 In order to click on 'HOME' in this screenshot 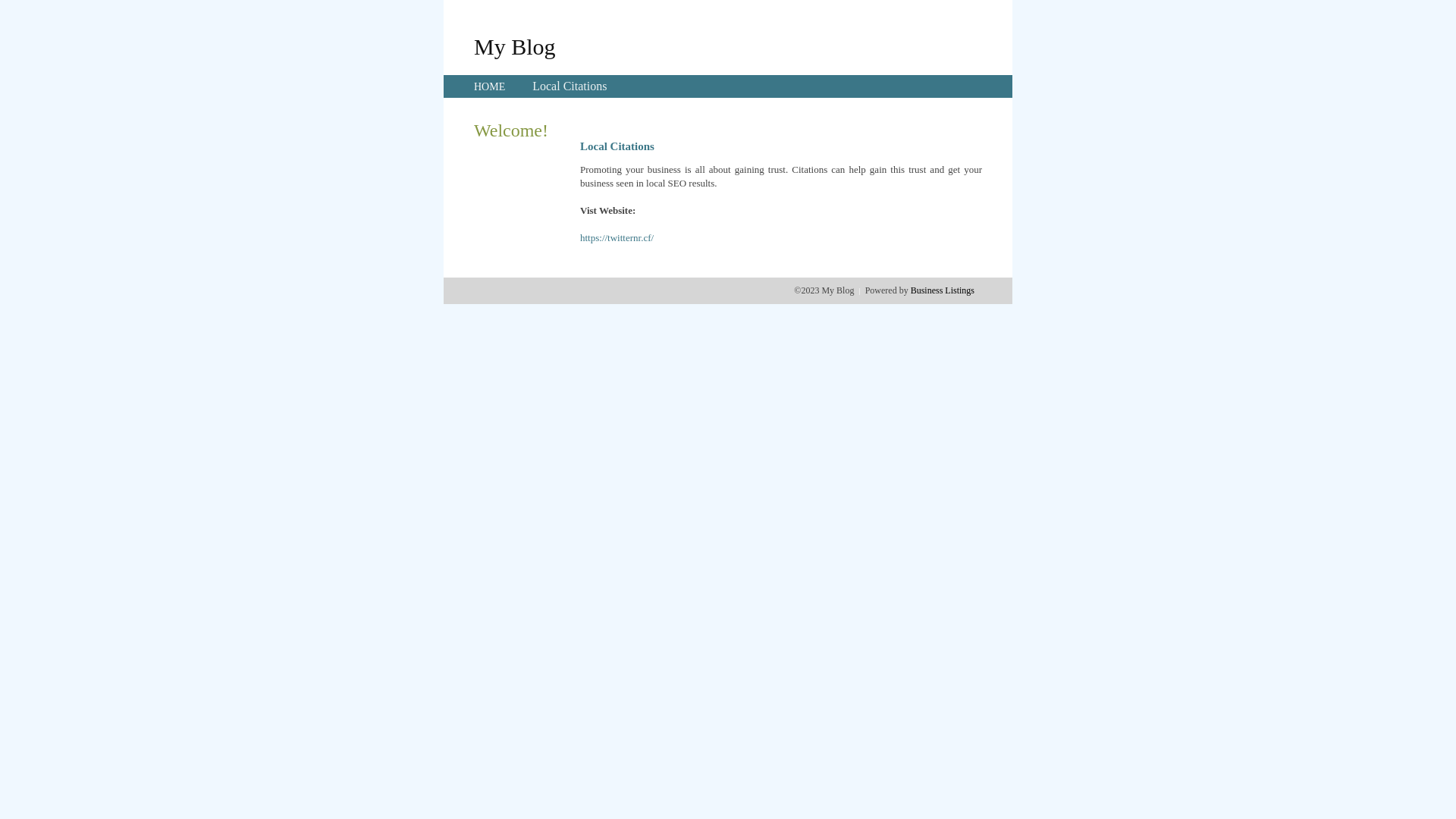, I will do `click(489, 86)`.